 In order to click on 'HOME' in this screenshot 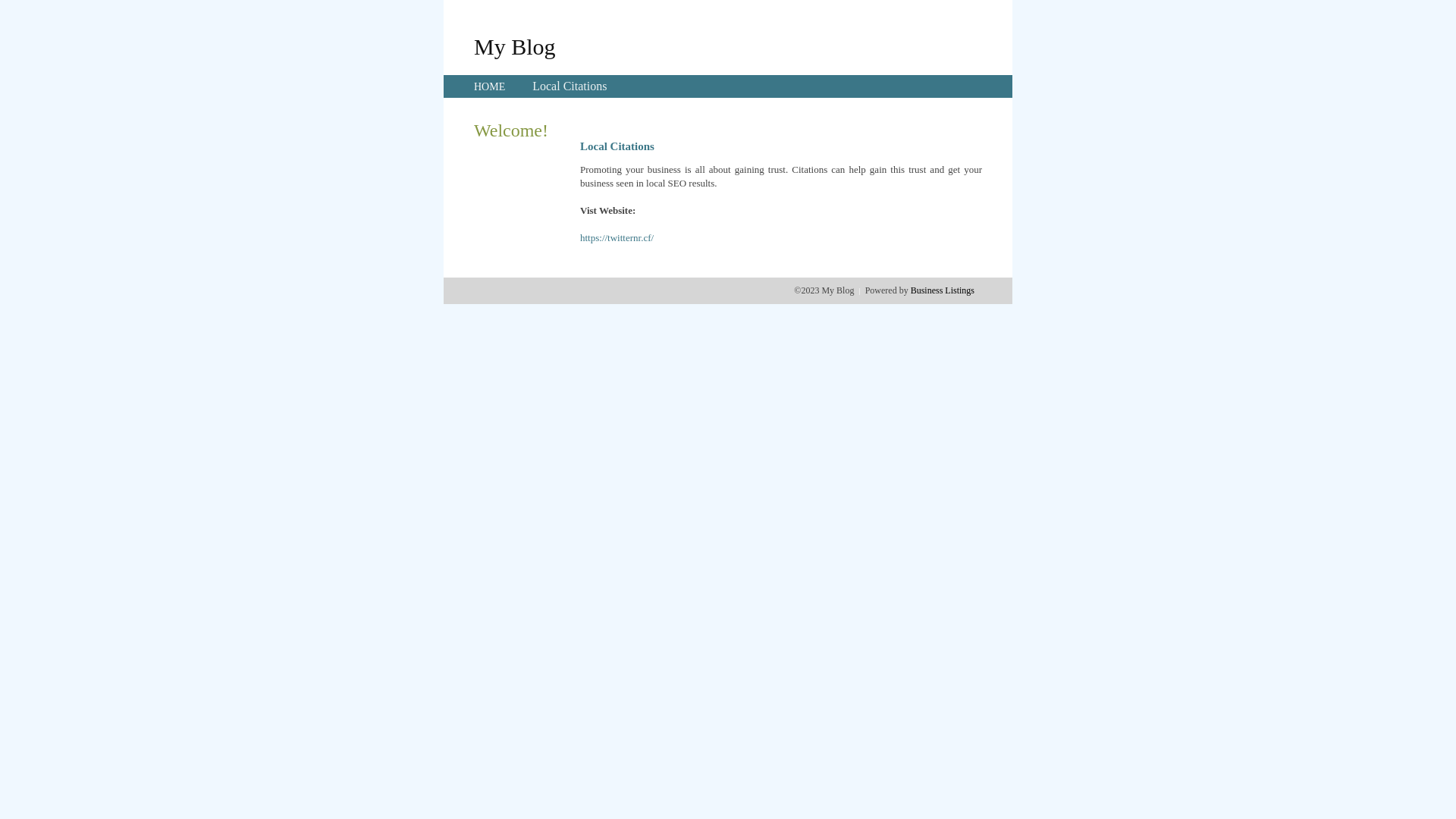, I will do `click(489, 86)`.